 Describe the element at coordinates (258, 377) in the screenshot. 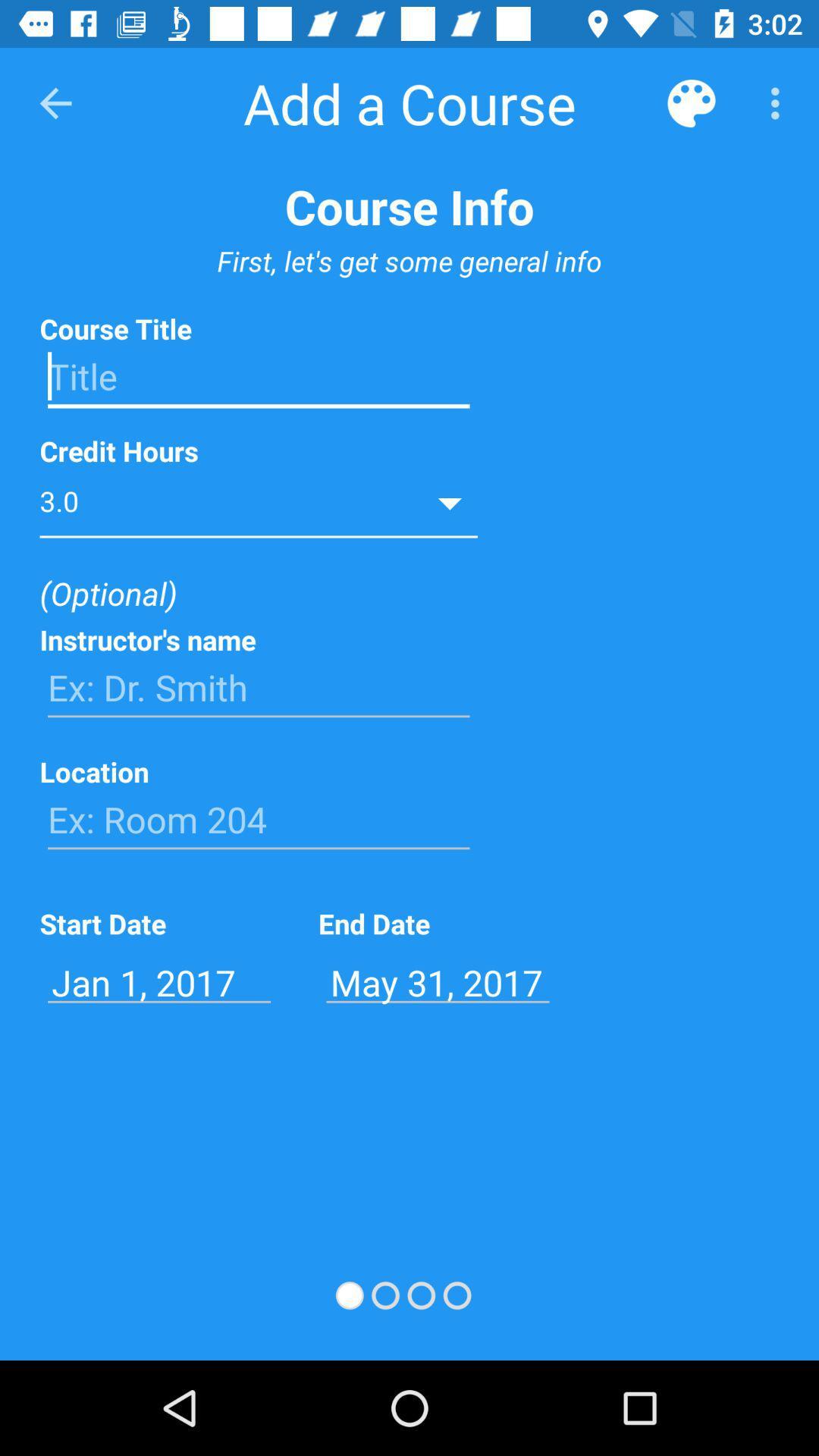

I see `title` at that location.